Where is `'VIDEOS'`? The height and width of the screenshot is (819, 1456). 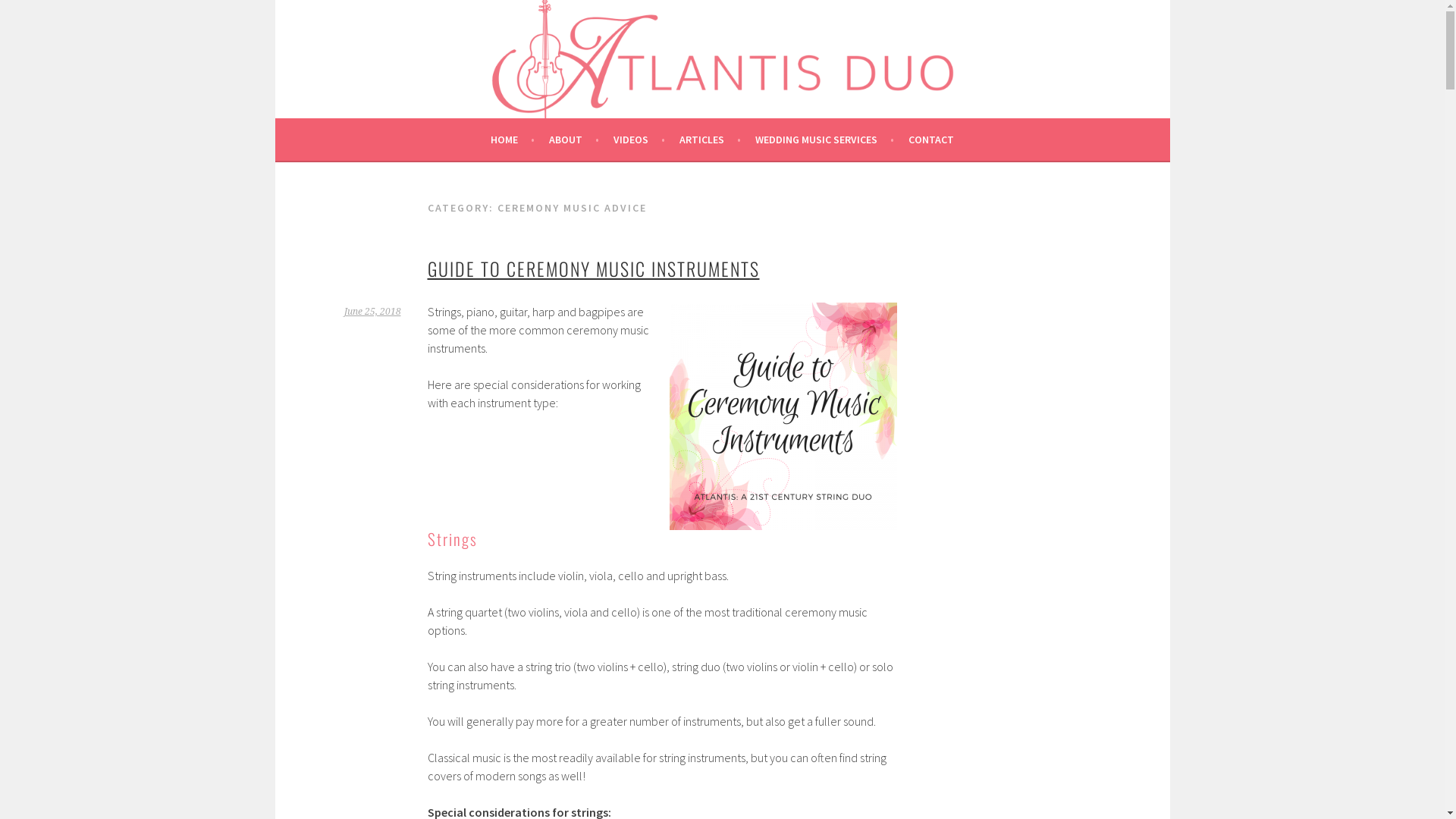
'VIDEOS' is located at coordinates (639, 140).